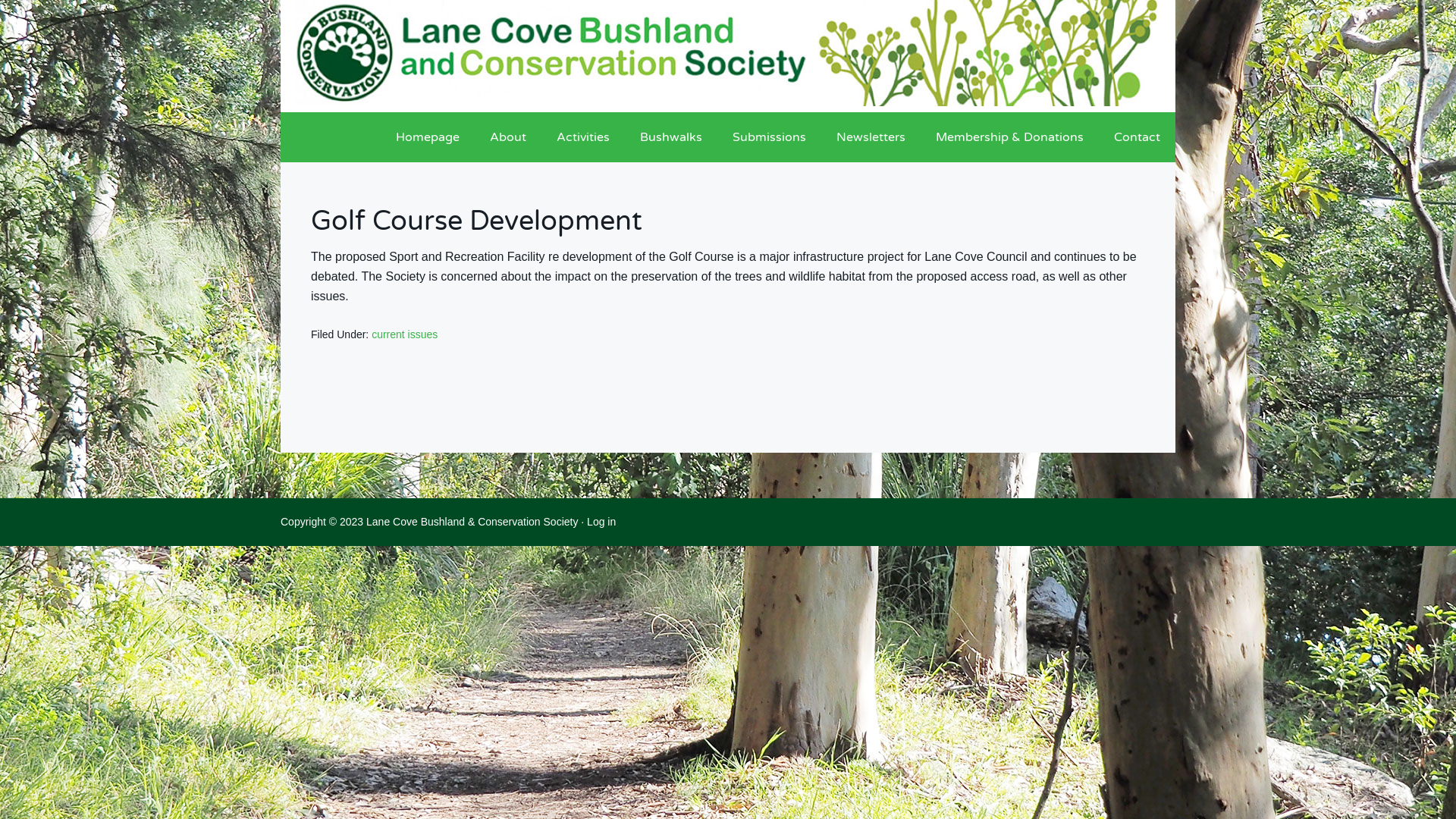  I want to click on 'Submissions', so click(769, 137).